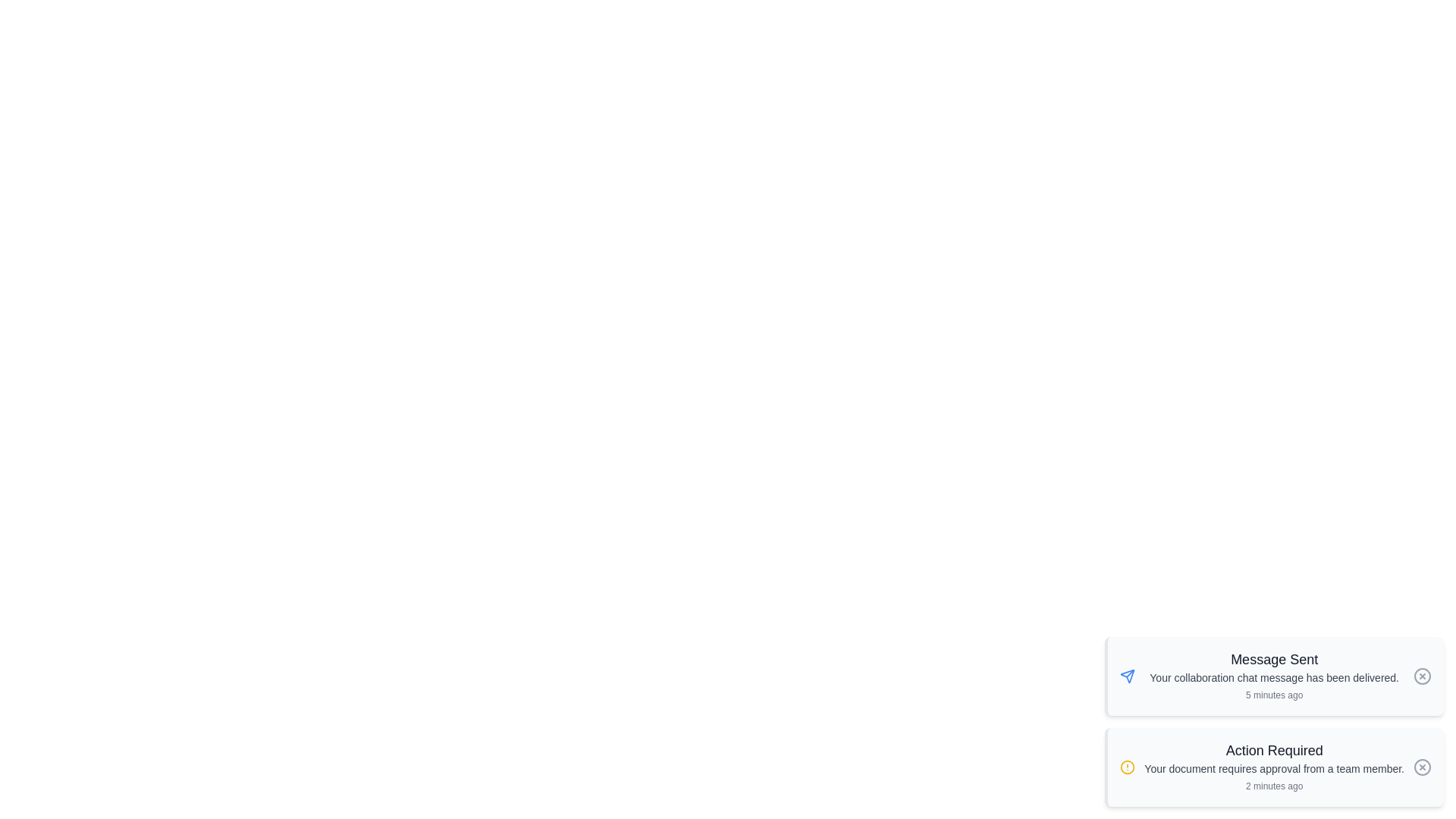  Describe the element at coordinates (1274, 695) in the screenshot. I see `the timestamp of the notification to examine its timing` at that location.